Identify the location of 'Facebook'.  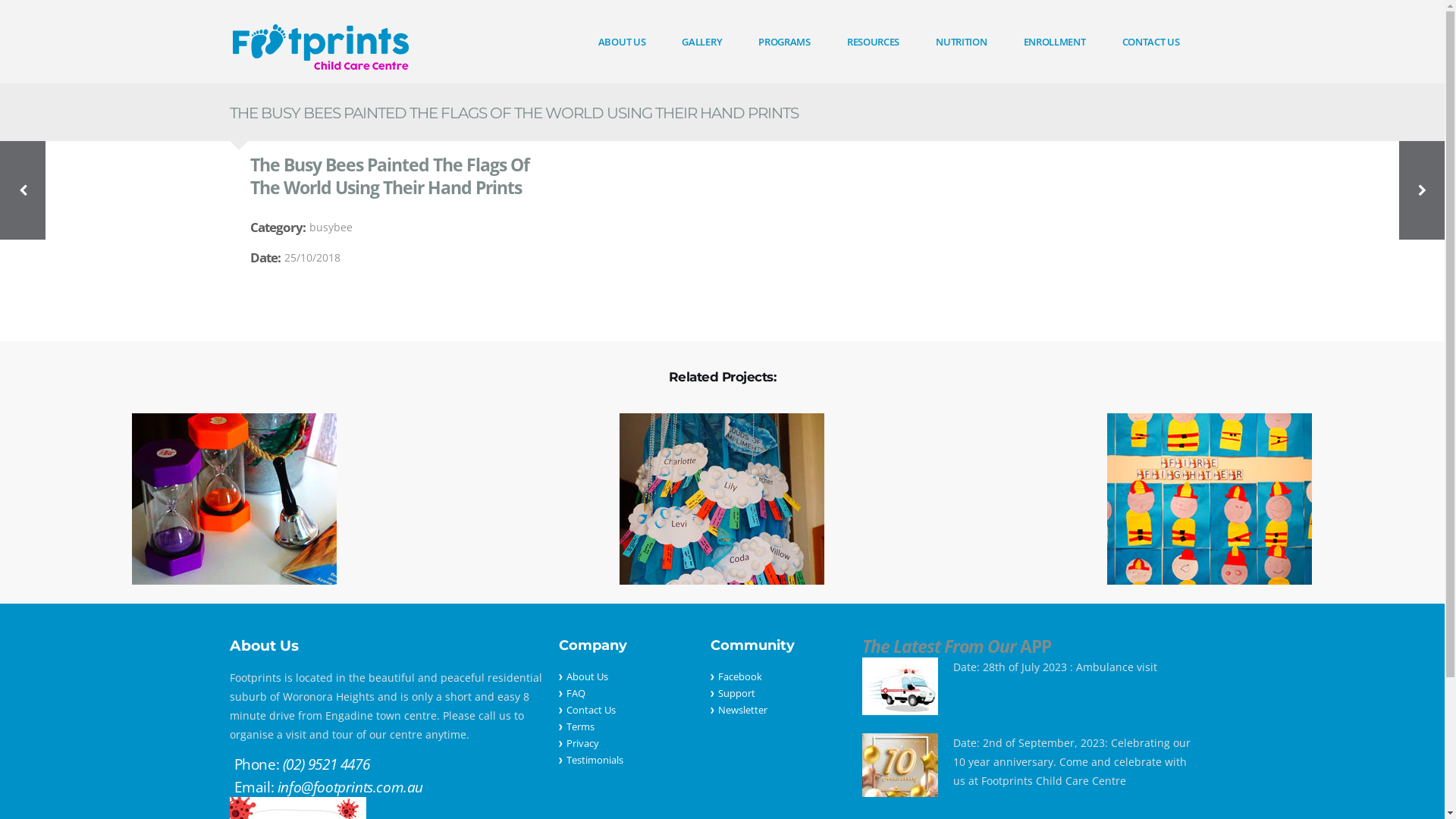
(739, 675).